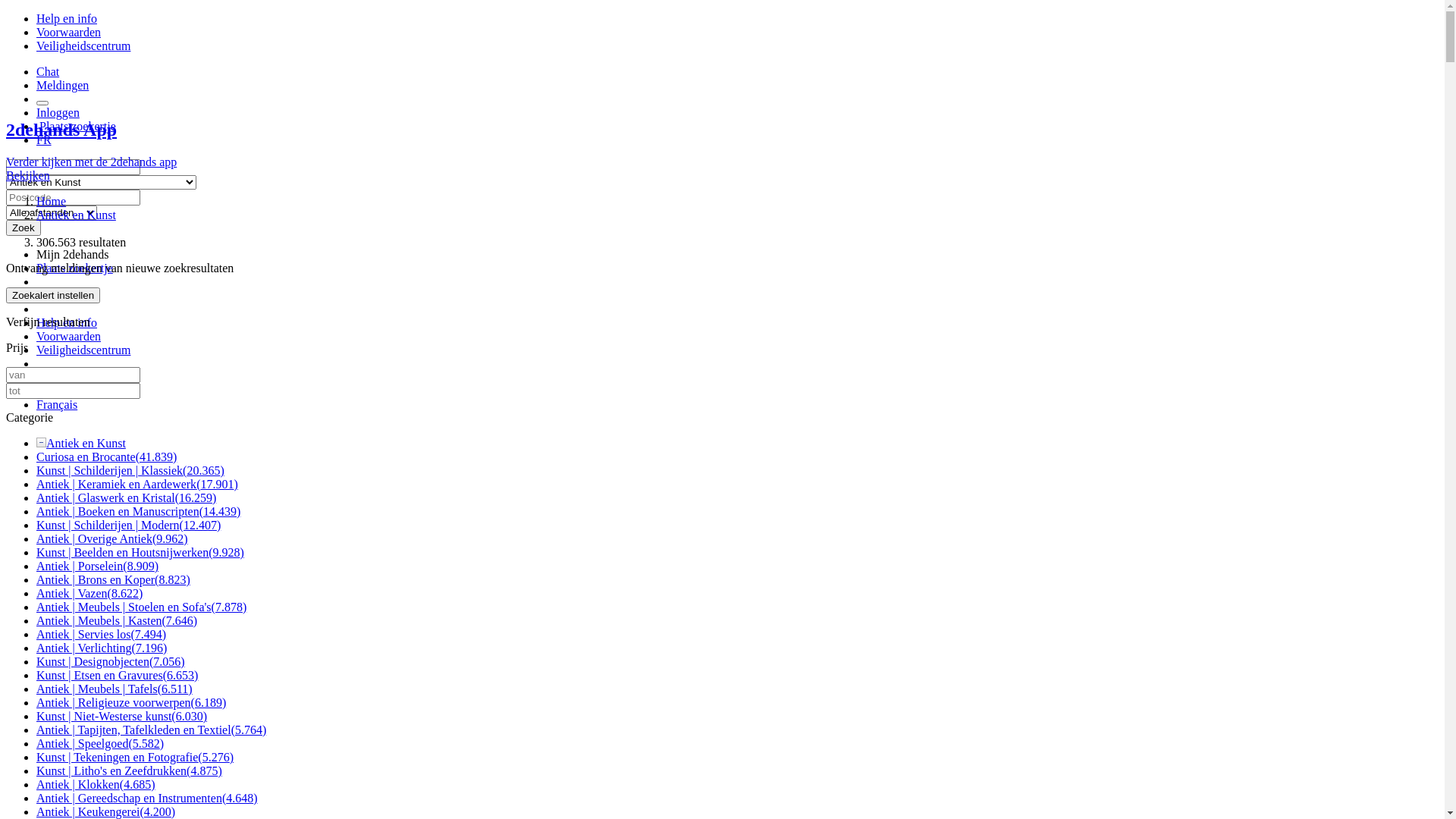 The image size is (1456, 819). Describe the element at coordinates (36, 606) in the screenshot. I see `'Antiek | Meubels | Stoelen en Sofa's(7.878)'` at that location.